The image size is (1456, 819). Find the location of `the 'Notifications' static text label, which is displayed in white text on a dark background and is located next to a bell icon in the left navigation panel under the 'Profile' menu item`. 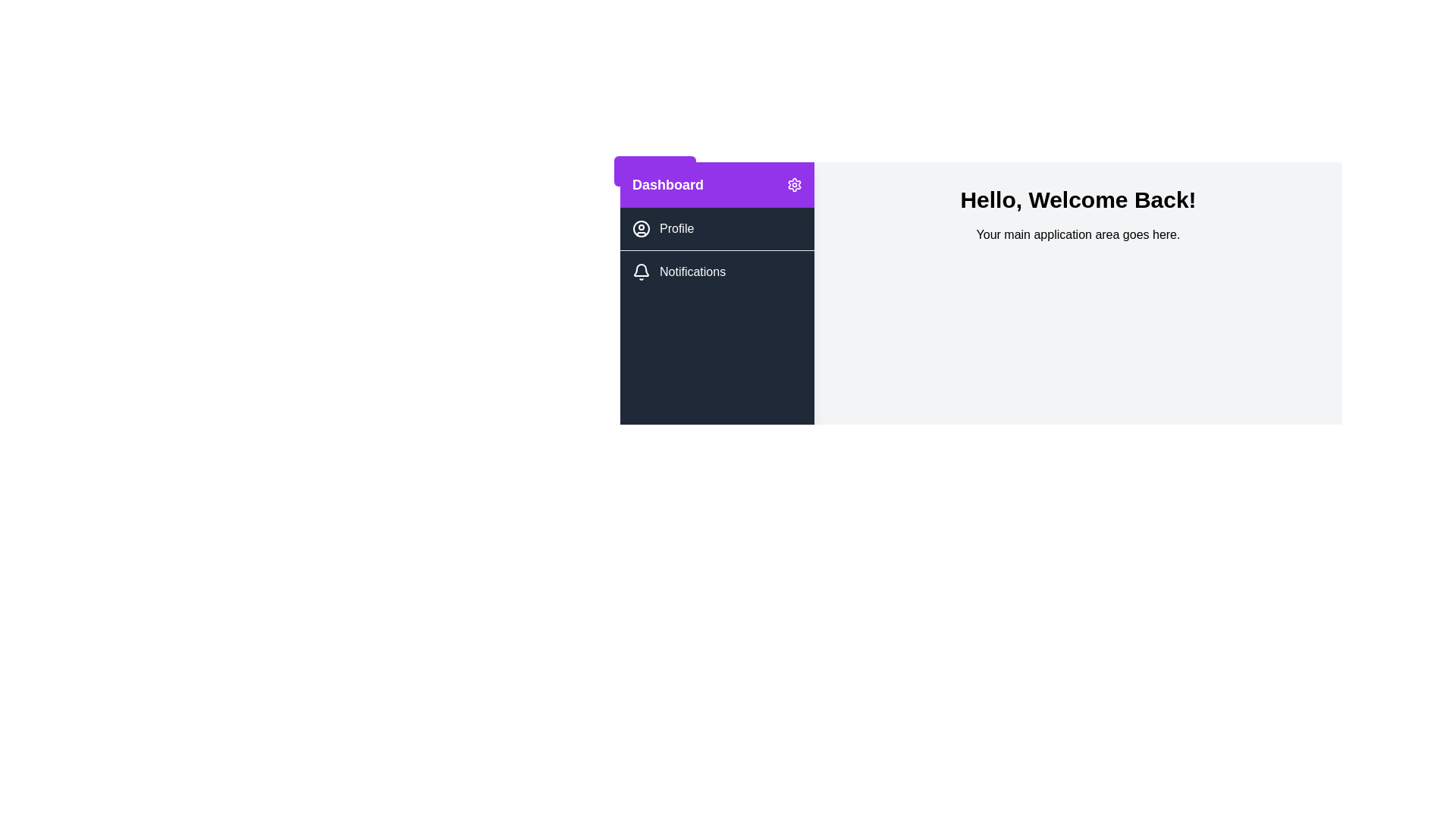

the 'Notifications' static text label, which is displayed in white text on a dark background and is located next to a bell icon in the left navigation panel under the 'Profile' menu item is located at coordinates (692, 271).